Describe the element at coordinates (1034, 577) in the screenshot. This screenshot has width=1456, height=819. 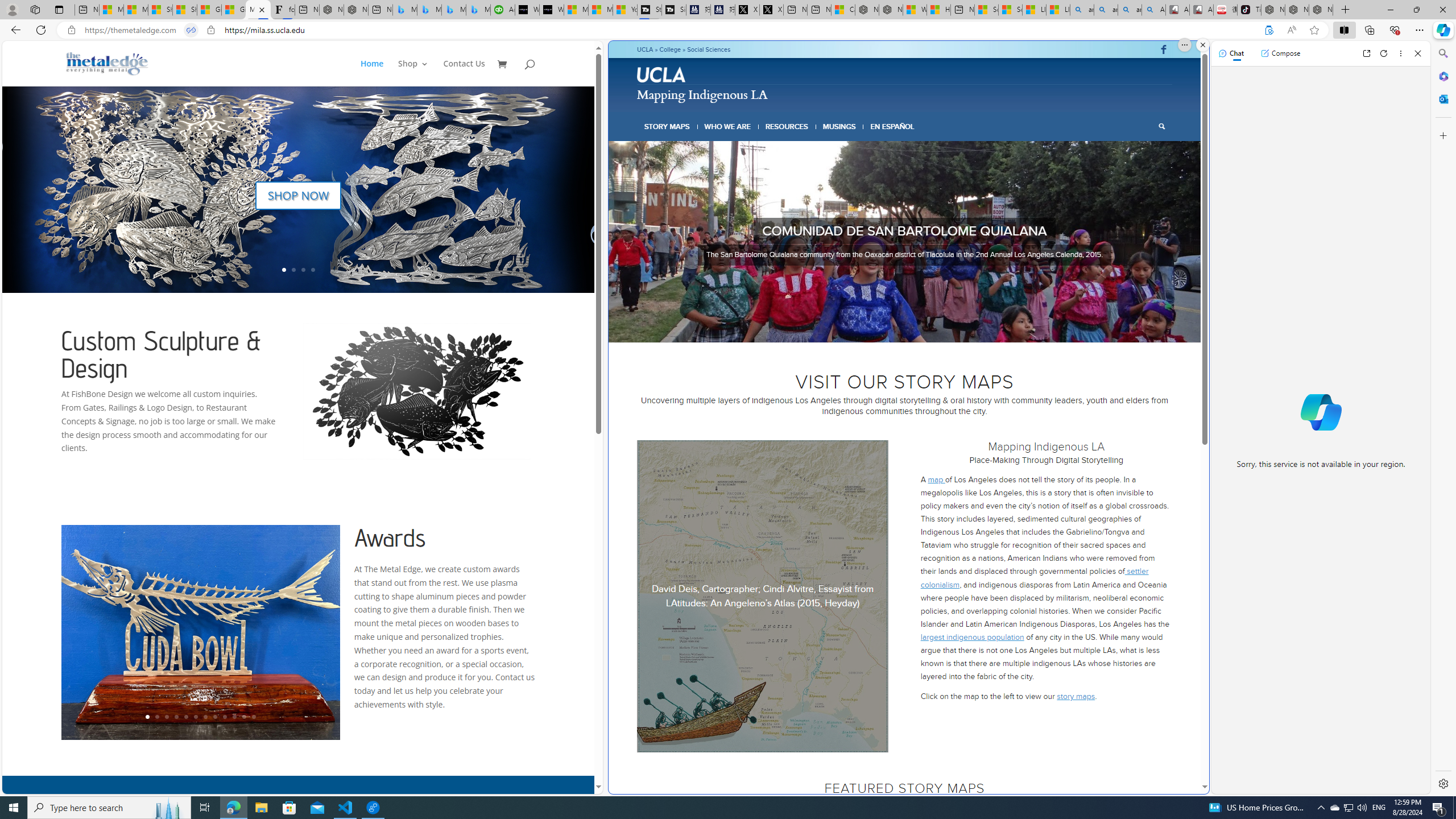
I see `' settler colonialism'` at that location.